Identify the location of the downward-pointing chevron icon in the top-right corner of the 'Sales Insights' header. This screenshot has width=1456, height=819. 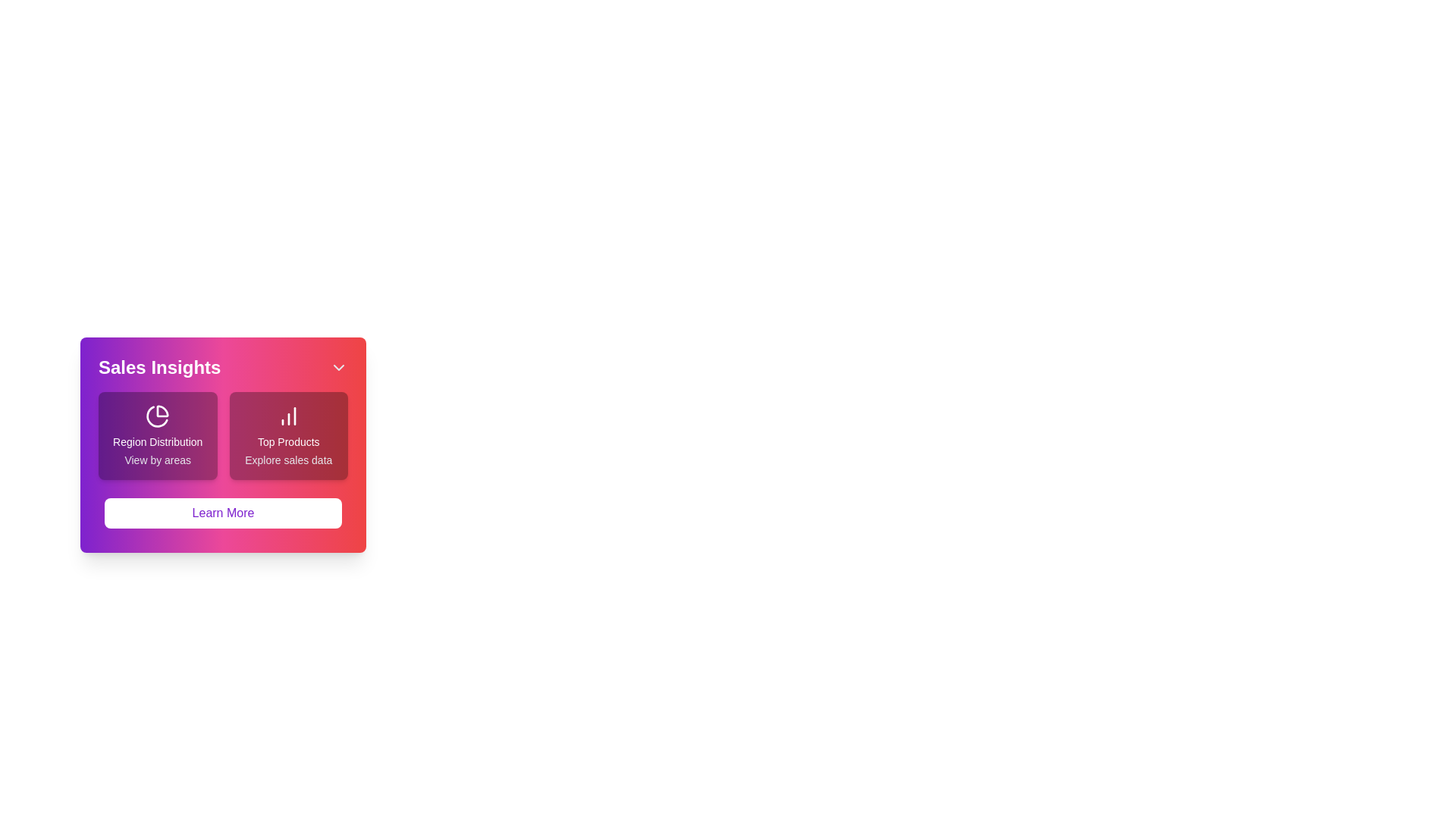
(337, 368).